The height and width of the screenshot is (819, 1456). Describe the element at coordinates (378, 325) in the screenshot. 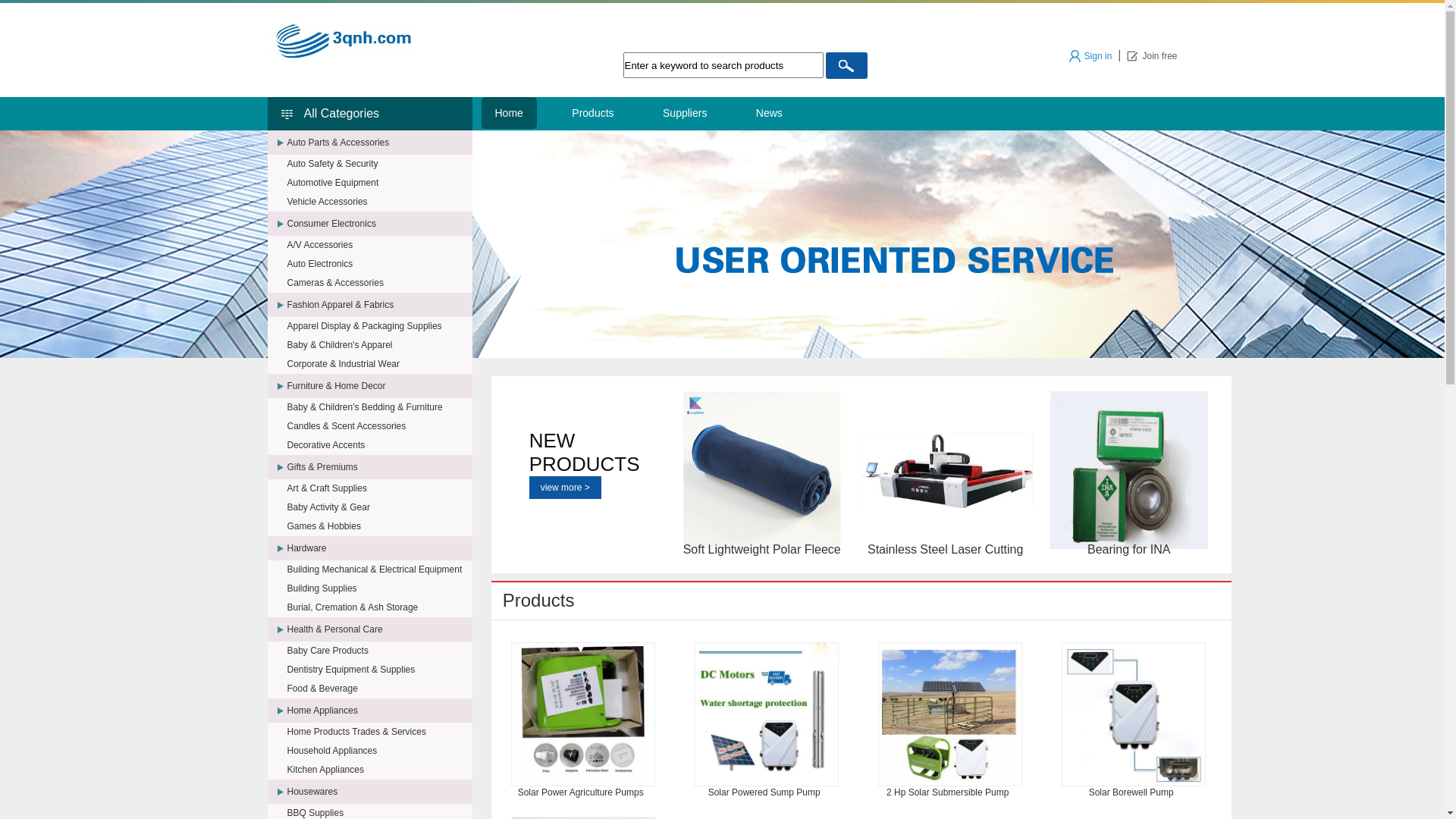

I see `'Apparel Display & Packaging Supplies'` at that location.